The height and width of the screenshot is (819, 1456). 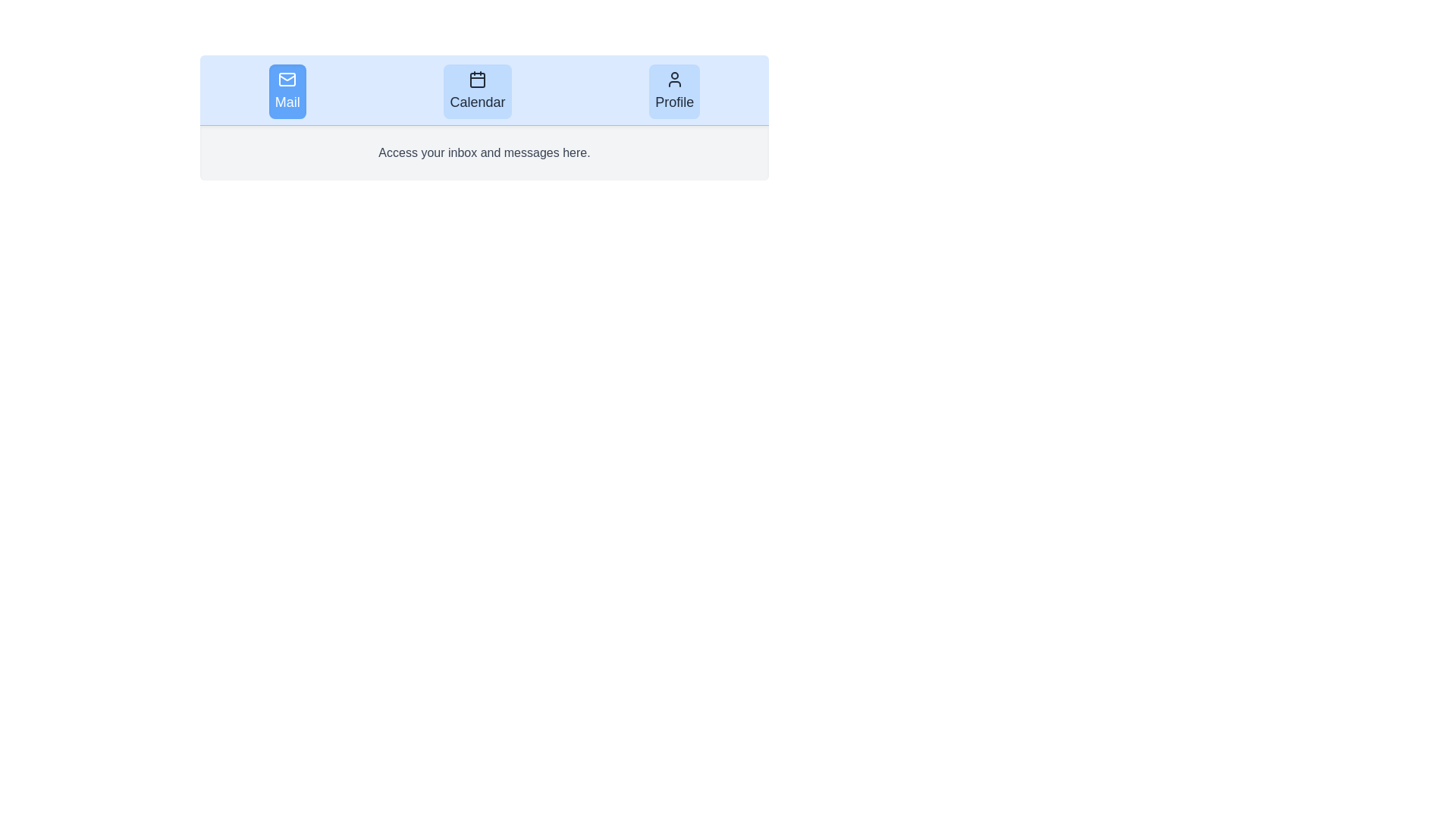 I want to click on the Calendar tab to inspect its layout and styling, so click(x=475, y=91).